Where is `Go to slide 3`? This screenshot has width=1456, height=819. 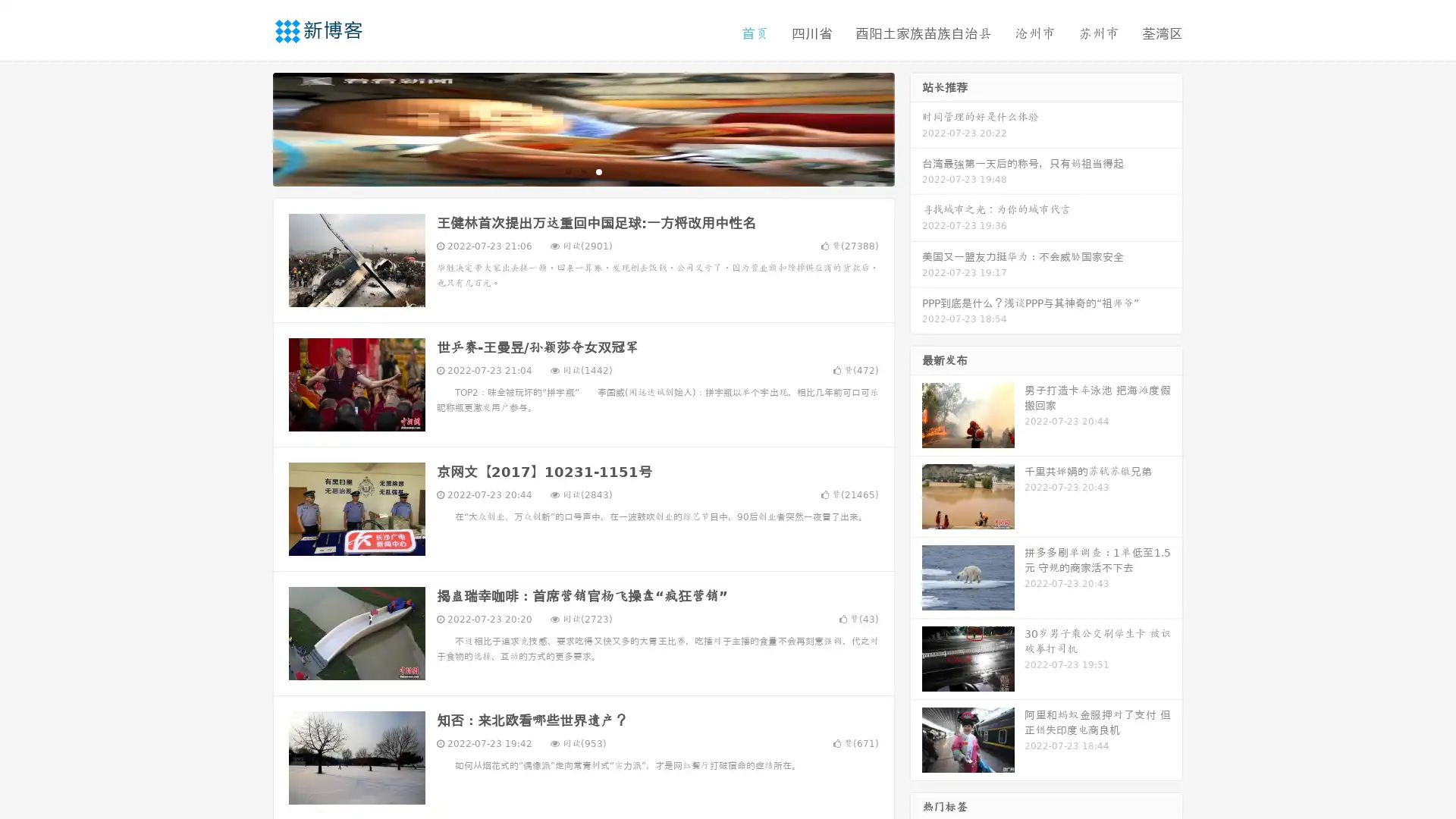 Go to slide 3 is located at coordinates (598, 171).